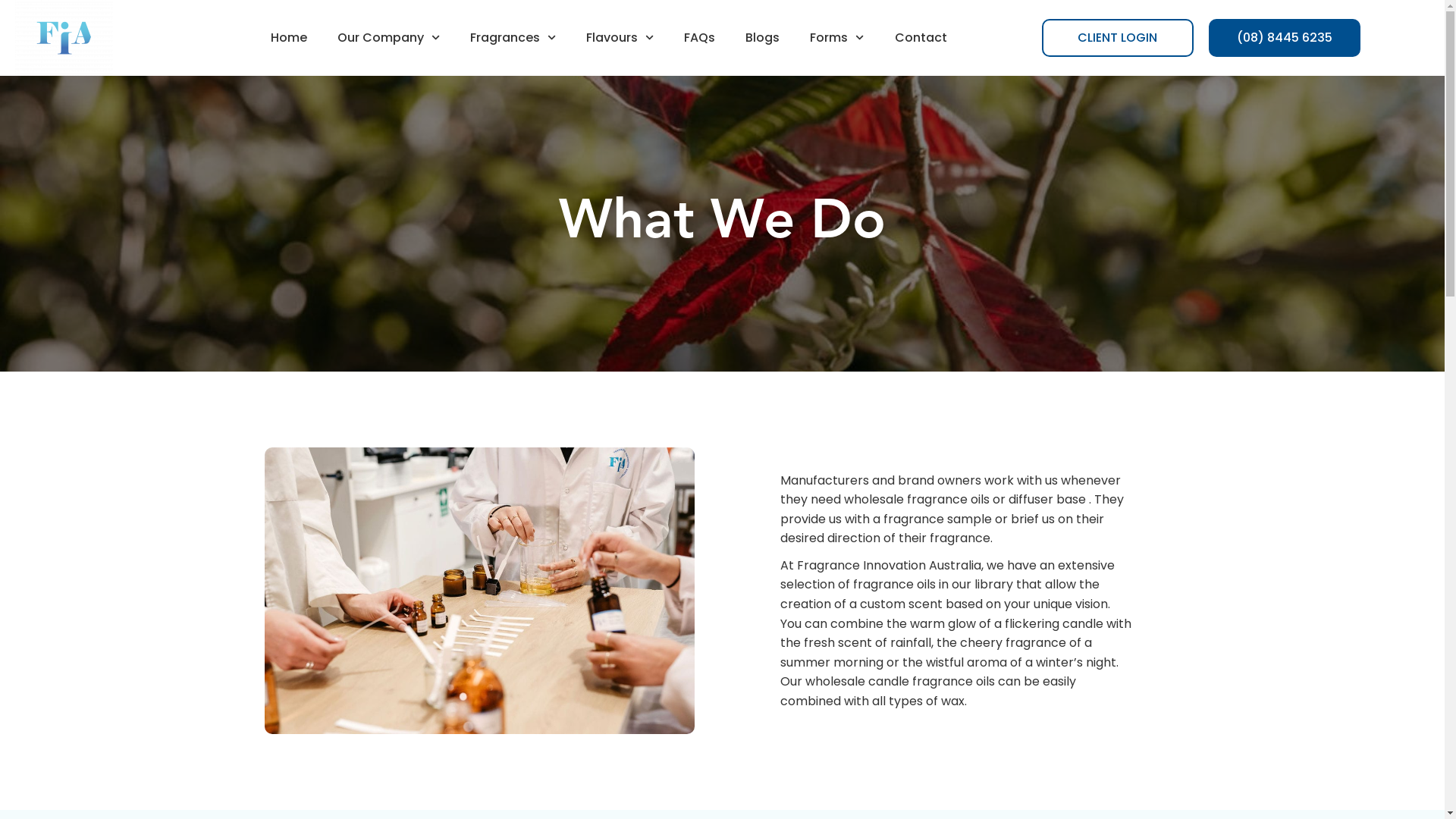 The width and height of the screenshot is (1456, 819). I want to click on 'Home', so click(288, 37).